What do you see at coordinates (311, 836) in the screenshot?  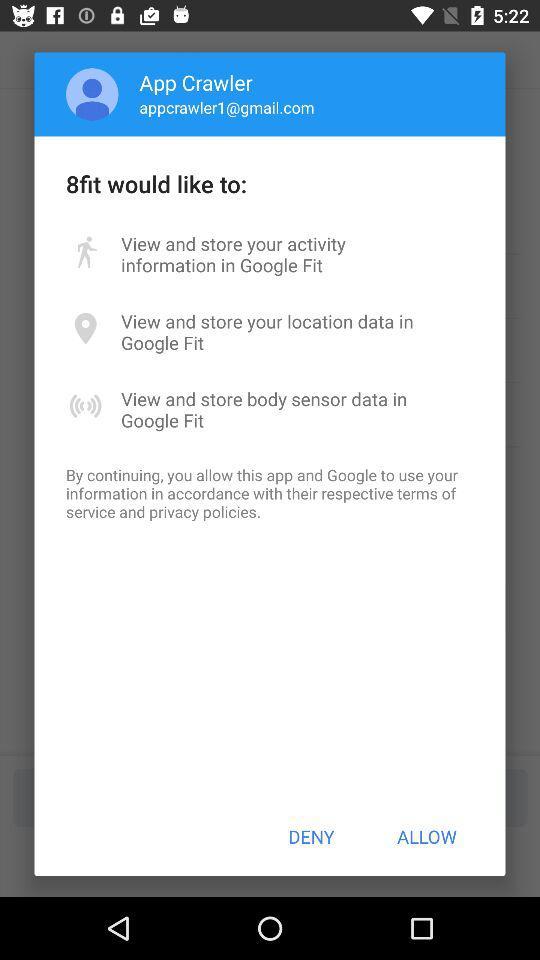 I see `the item to the left of the allow button` at bounding box center [311, 836].